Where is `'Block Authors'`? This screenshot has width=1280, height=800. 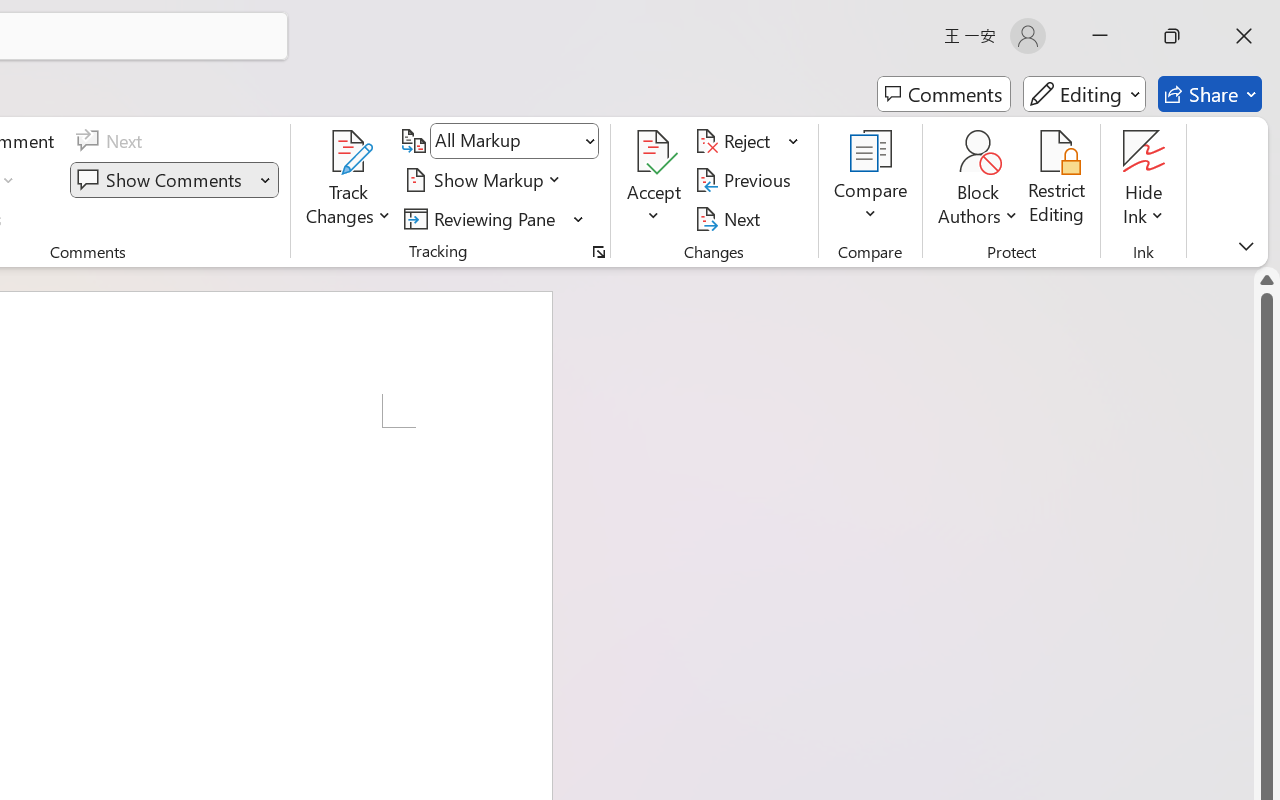 'Block Authors' is located at coordinates (977, 151).